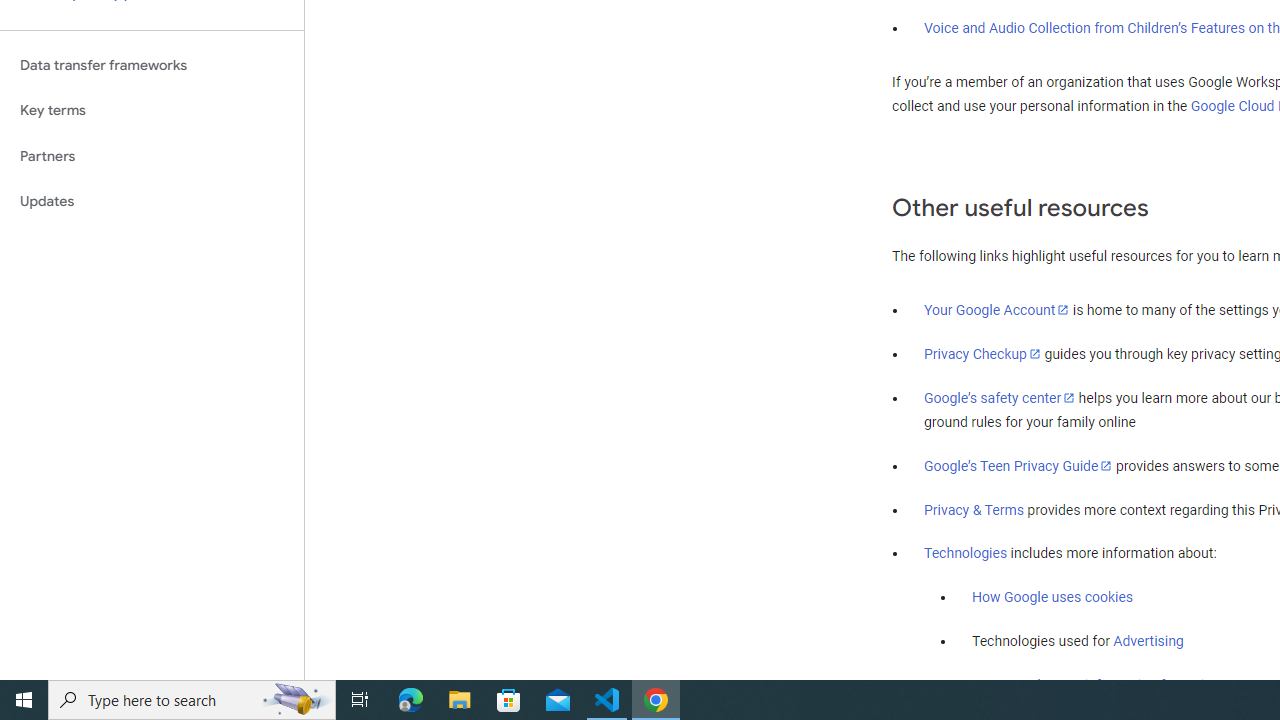 This screenshot has width=1280, height=720. Describe the element at coordinates (974, 509) in the screenshot. I see `'Privacy & Terms'` at that location.